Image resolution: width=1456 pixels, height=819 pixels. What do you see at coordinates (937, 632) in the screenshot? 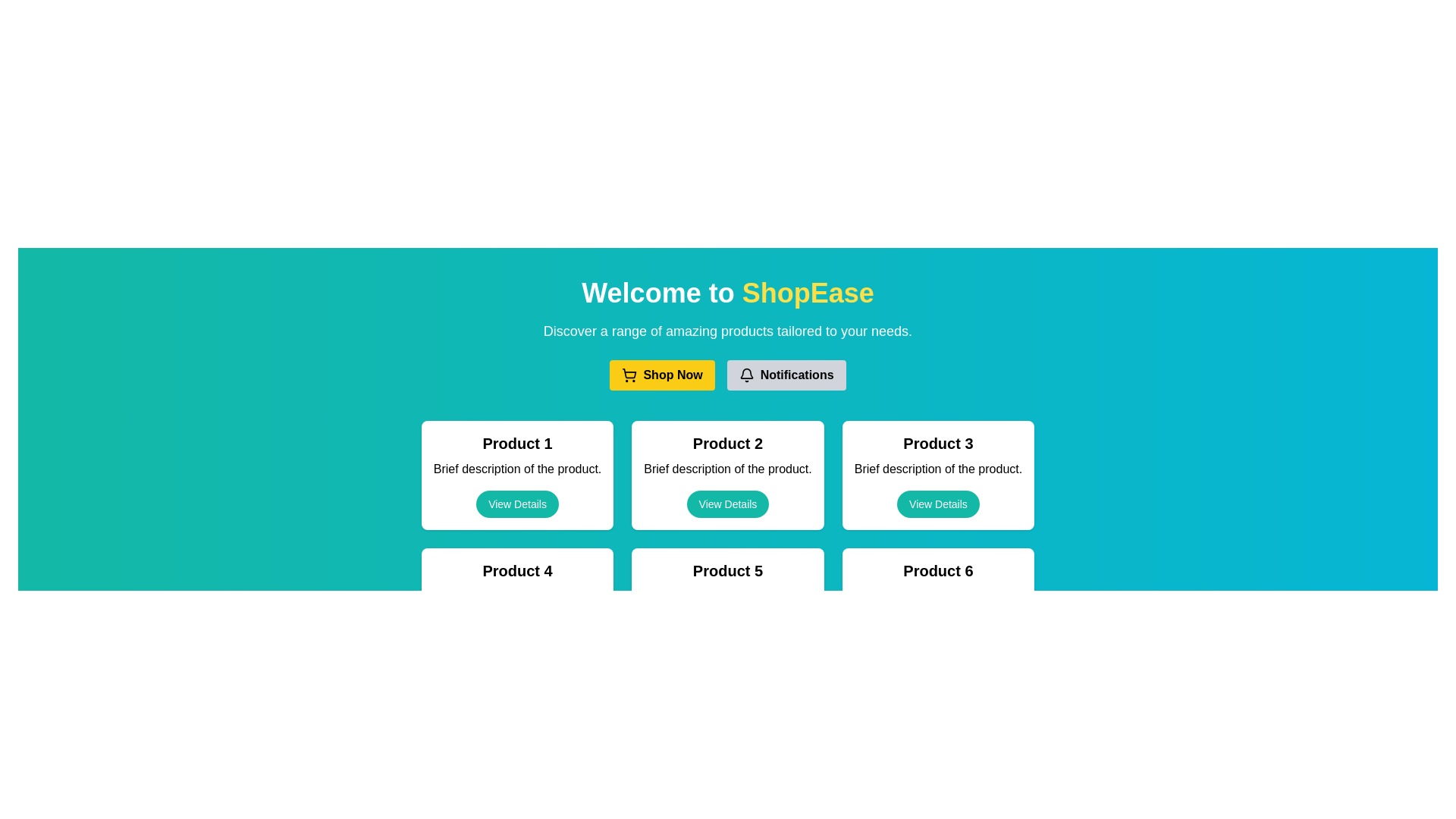
I see `the 'View Details' button with a teal background located at the bottom of the 'Product 6' card` at bounding box center [937, 632].